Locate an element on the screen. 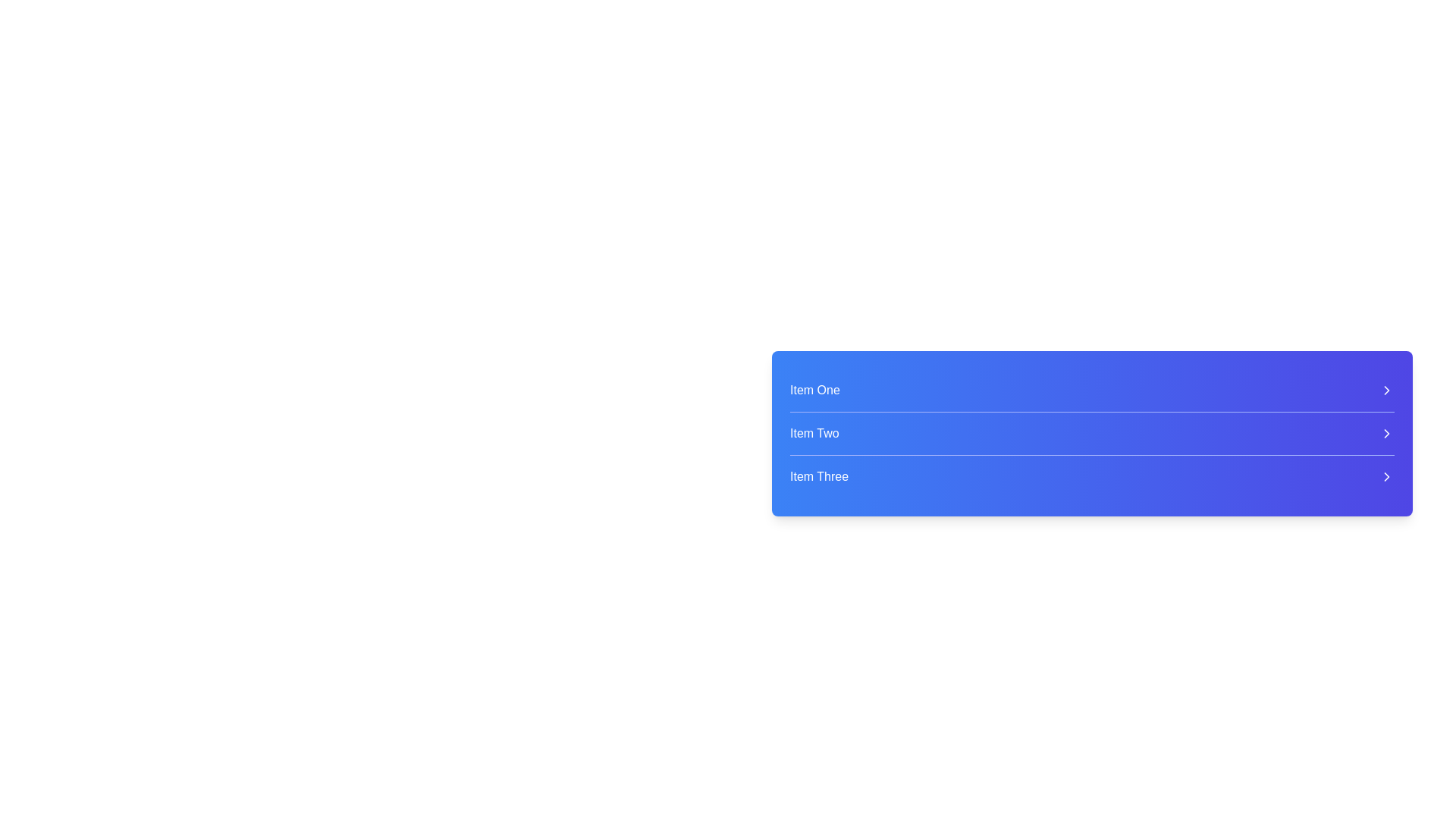 Image resolution: width=1456 pixels, height=819 pixels. the Text Label for 'Item Three' which serves as a title for a menu item in the bottom section of the vertically stacked menu is located at coordinates (818, 475).